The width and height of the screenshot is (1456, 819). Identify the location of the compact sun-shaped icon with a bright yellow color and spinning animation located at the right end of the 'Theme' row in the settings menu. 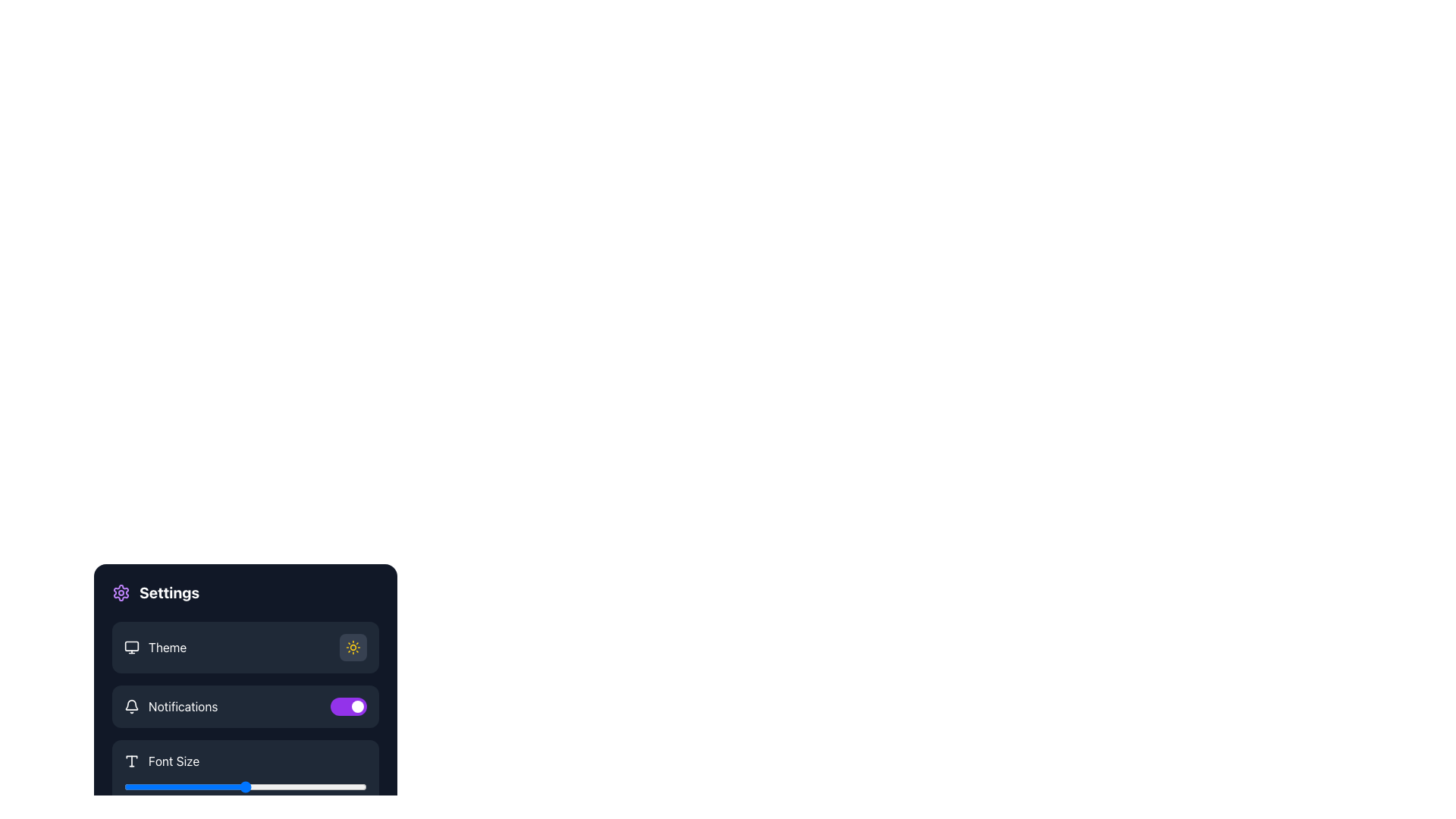
(352, 647).